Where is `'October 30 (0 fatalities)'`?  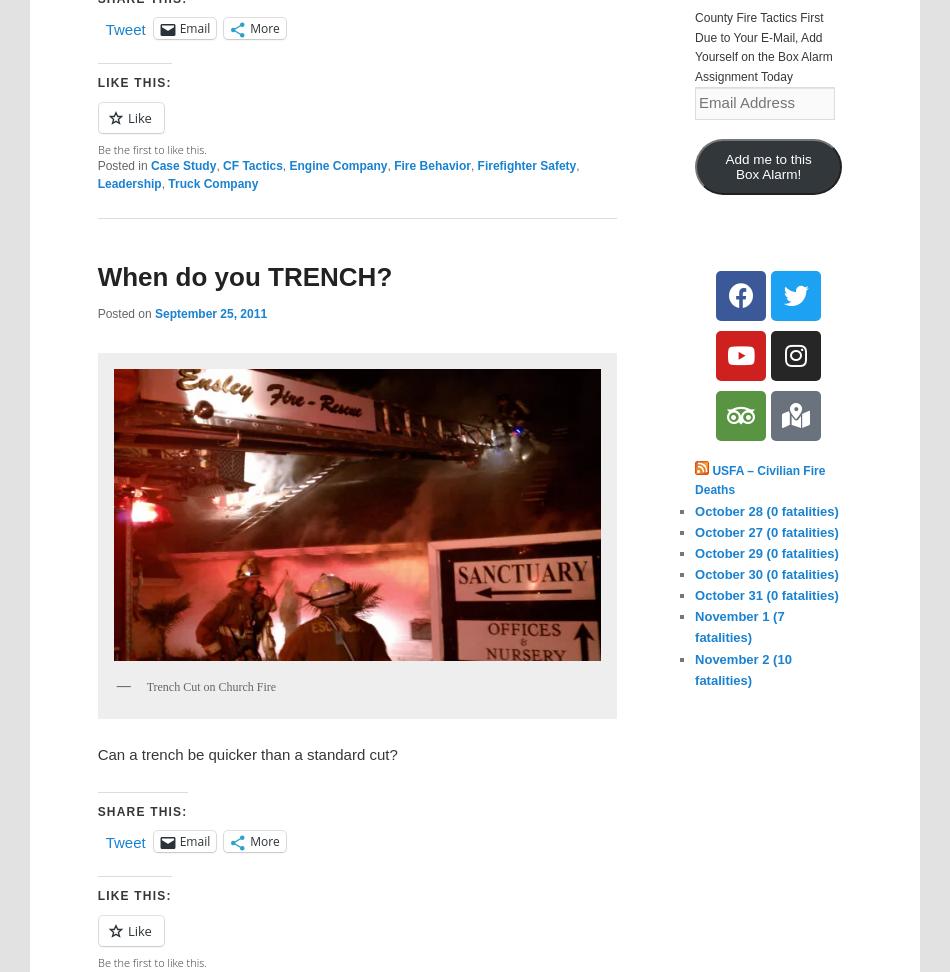
'October 30 (0 fatalities)' is located at coordinates (765, 573).